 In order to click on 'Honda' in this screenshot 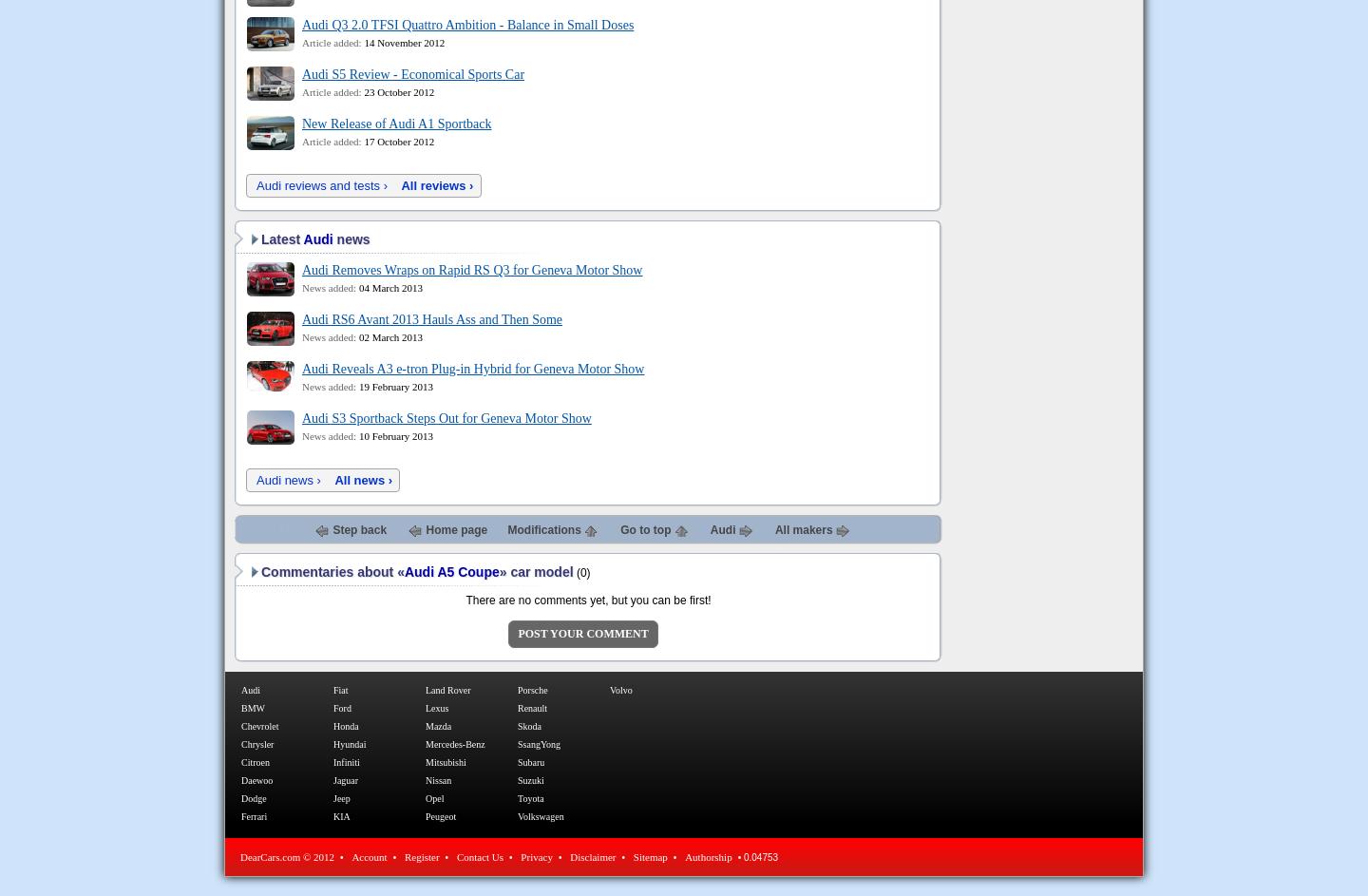, I will do `click(345, 726)`.